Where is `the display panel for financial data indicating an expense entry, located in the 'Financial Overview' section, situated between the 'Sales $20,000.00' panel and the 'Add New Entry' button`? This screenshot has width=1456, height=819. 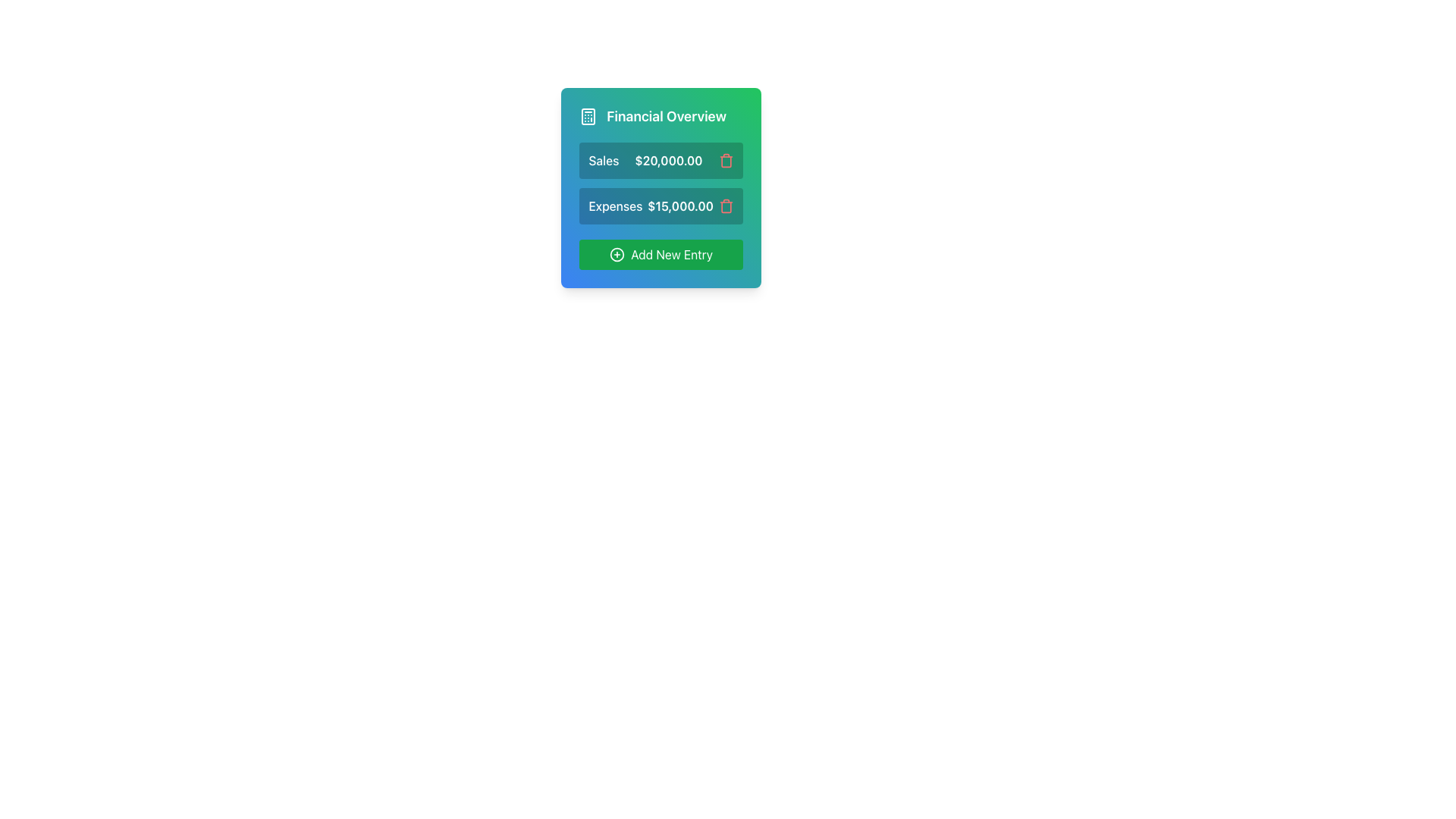 the display panel for financial data indicating an expense entry, located in the 'Financial Overview' section, situated between the 'Sales $20,000.00' panel and the 'Add New Entry' button is located at coordinates (661, 206).